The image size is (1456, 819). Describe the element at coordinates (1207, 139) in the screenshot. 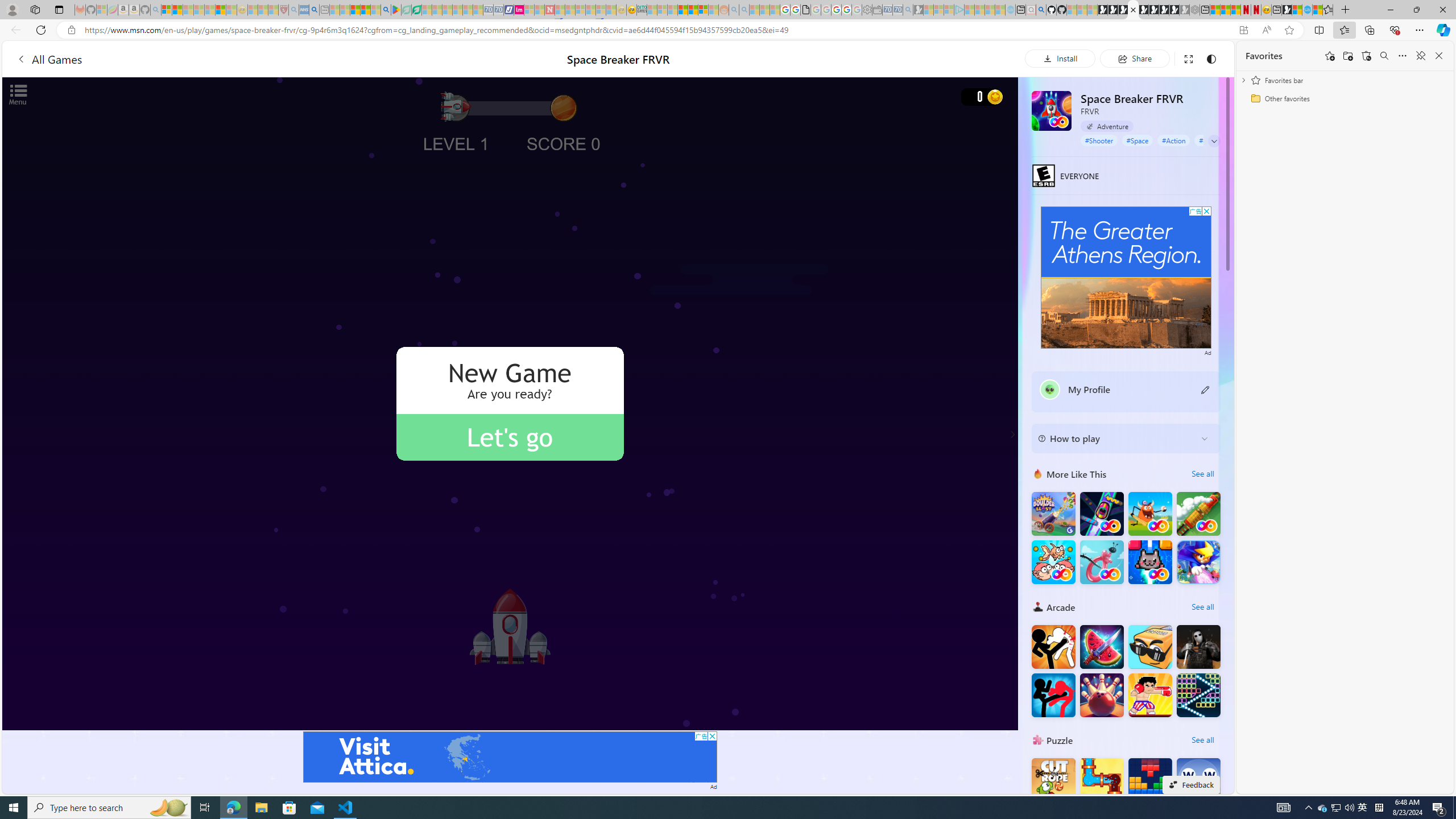

I see `'#Sci Fi'` at that location.